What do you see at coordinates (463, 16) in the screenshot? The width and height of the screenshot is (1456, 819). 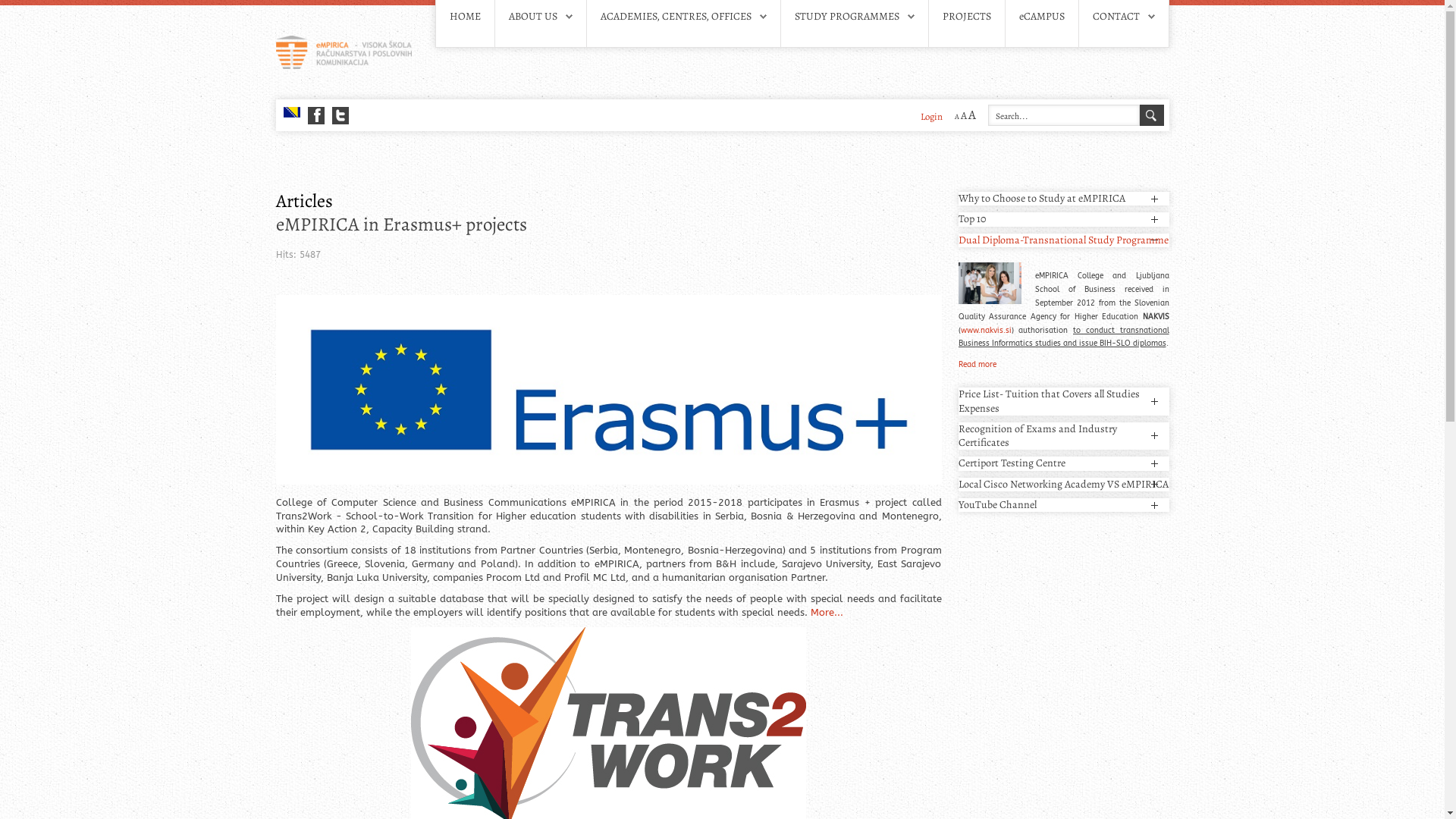 I see `'HOME'` at bounding box center [463, 16].